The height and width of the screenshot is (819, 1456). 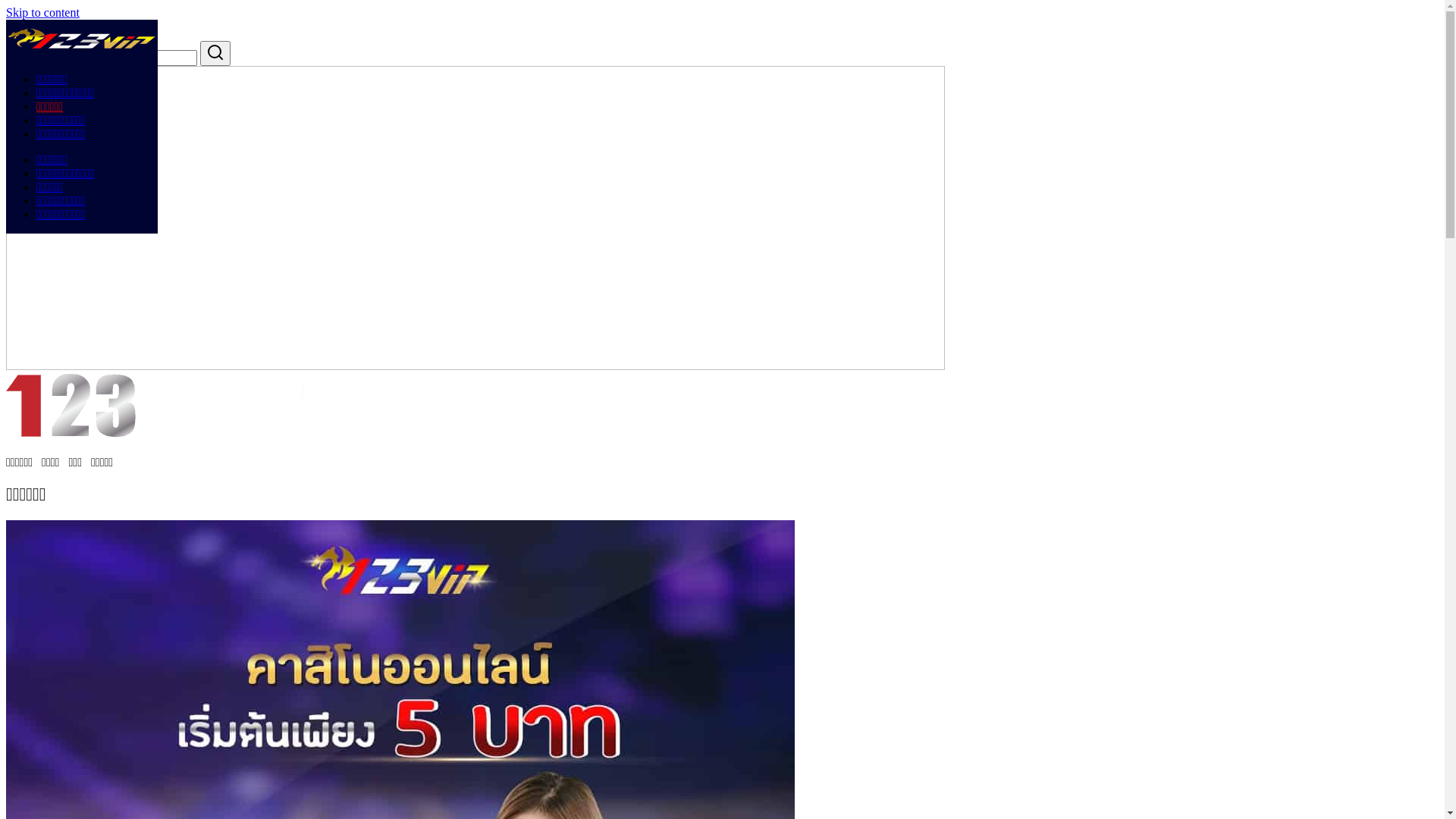 I want to click on 'Skip to content', so click(x=42, y=12).